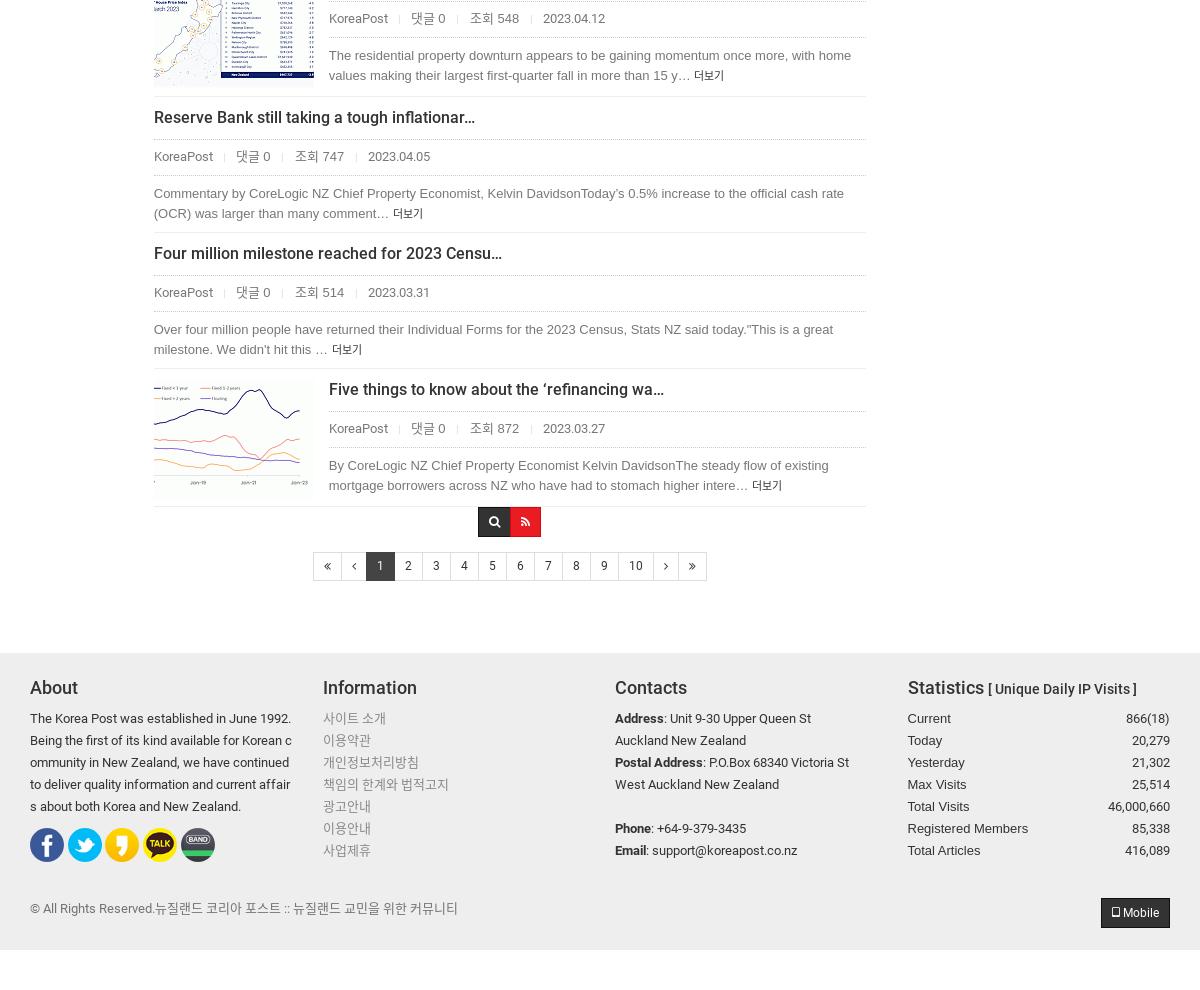 The width and height of the screenshot is (1200, 990). I want to click on 'Information', so click(369, 687).